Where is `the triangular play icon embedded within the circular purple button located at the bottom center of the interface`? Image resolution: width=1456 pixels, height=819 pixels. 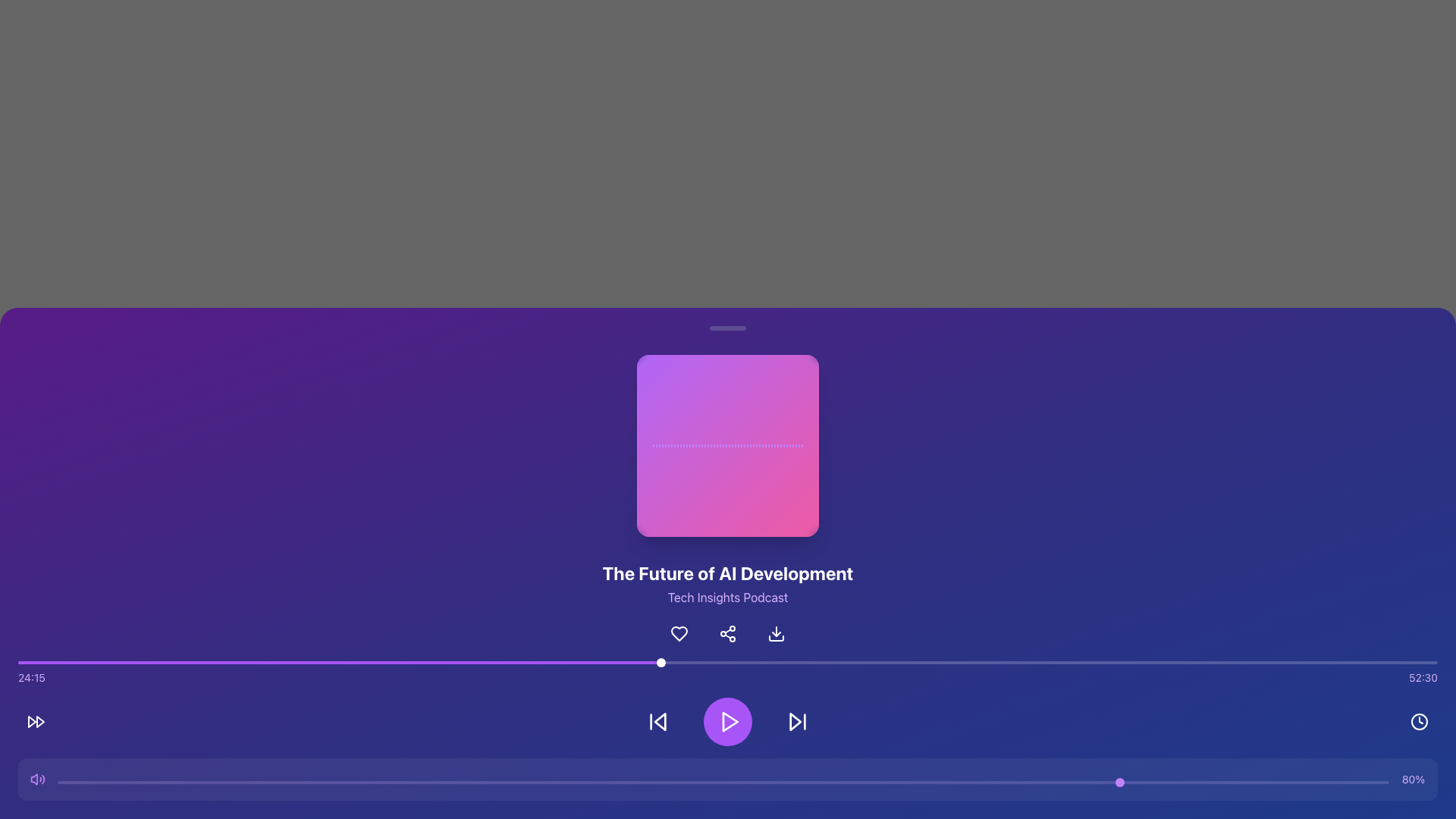
the triangular play icon embedded within the circular purple button located at the bottom center of the interface is located at coordinates (729, 721).